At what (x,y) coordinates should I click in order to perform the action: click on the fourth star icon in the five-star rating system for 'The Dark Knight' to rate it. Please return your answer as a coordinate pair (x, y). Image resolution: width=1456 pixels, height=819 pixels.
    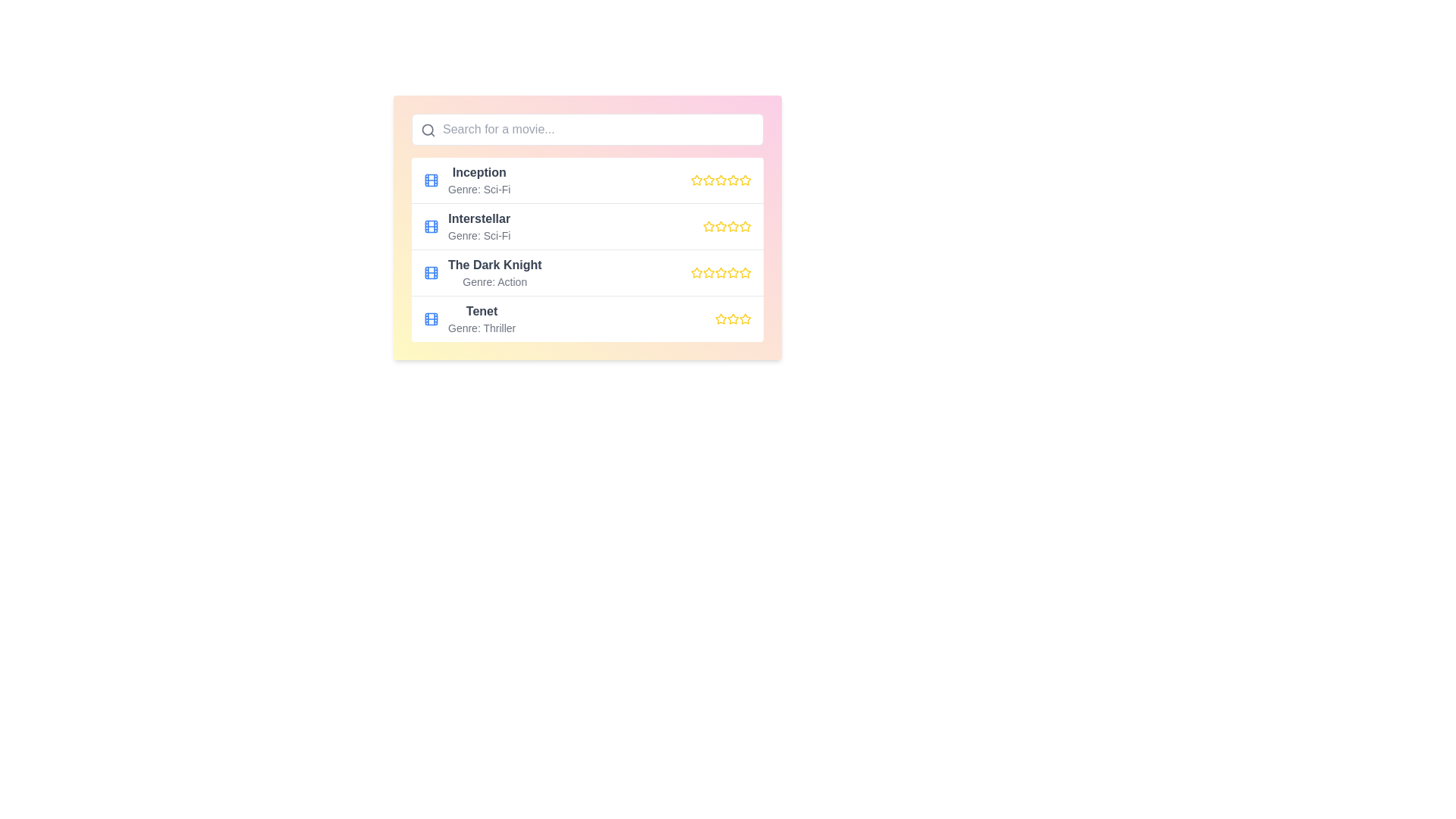
    Looking at the image, I should click on (733, 271).